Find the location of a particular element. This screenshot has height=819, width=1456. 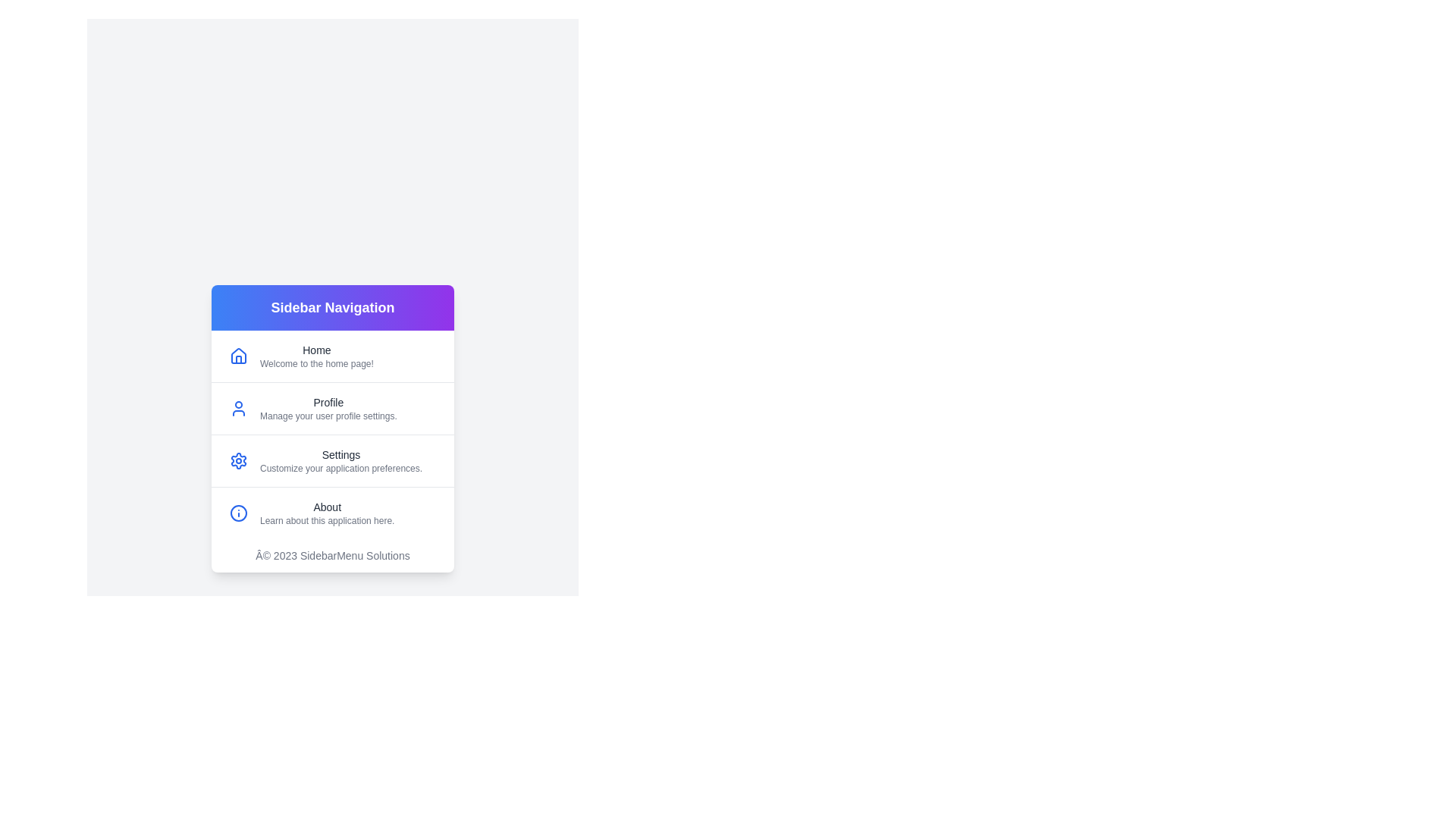

the text content of the Settings section is located at coordinates (259, 453).